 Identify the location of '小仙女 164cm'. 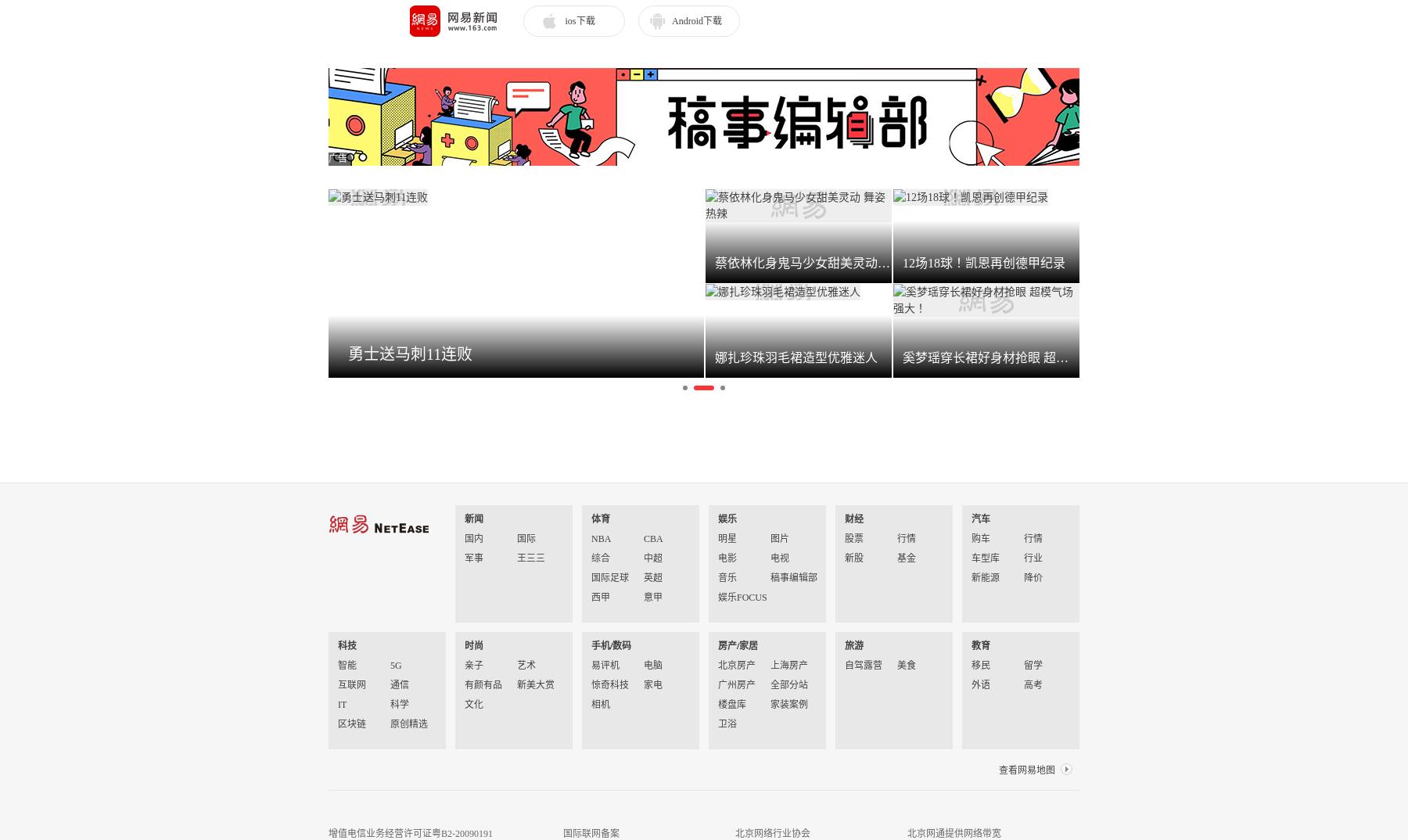
(1130, 226).